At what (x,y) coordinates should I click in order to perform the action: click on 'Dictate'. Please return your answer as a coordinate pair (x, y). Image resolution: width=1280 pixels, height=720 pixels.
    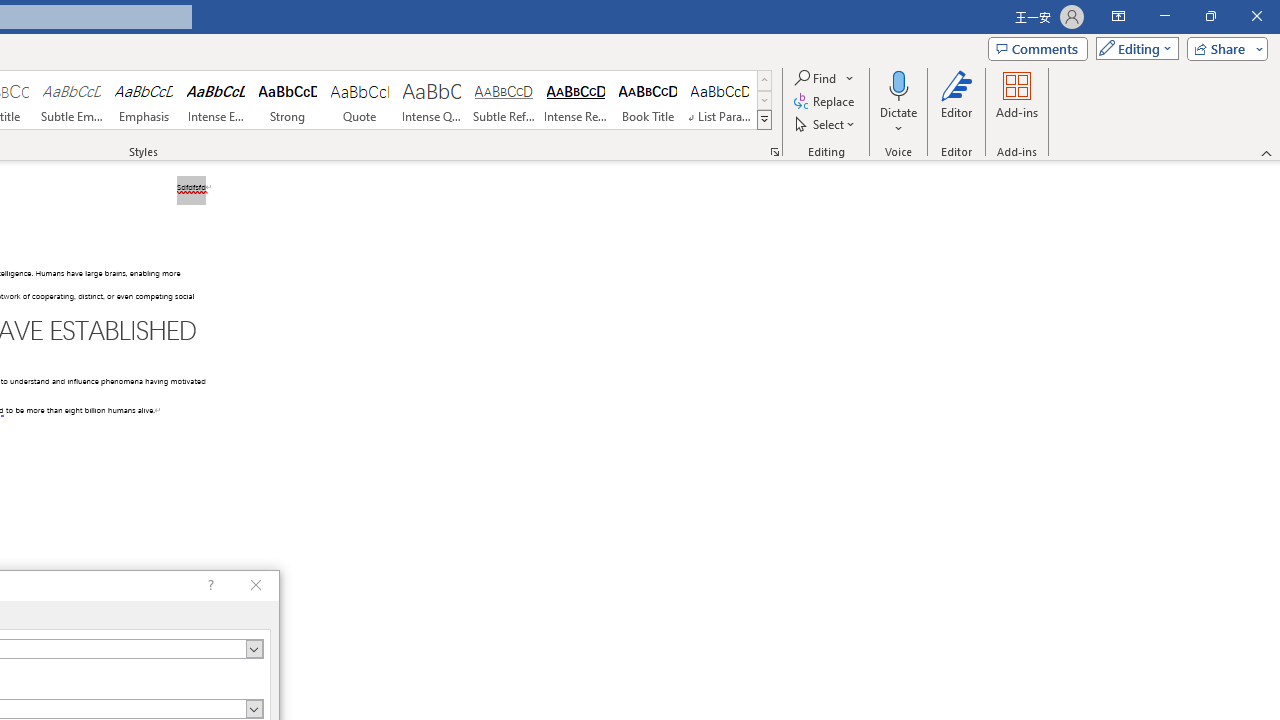
    Looking at the image, I should click on (898, 103).